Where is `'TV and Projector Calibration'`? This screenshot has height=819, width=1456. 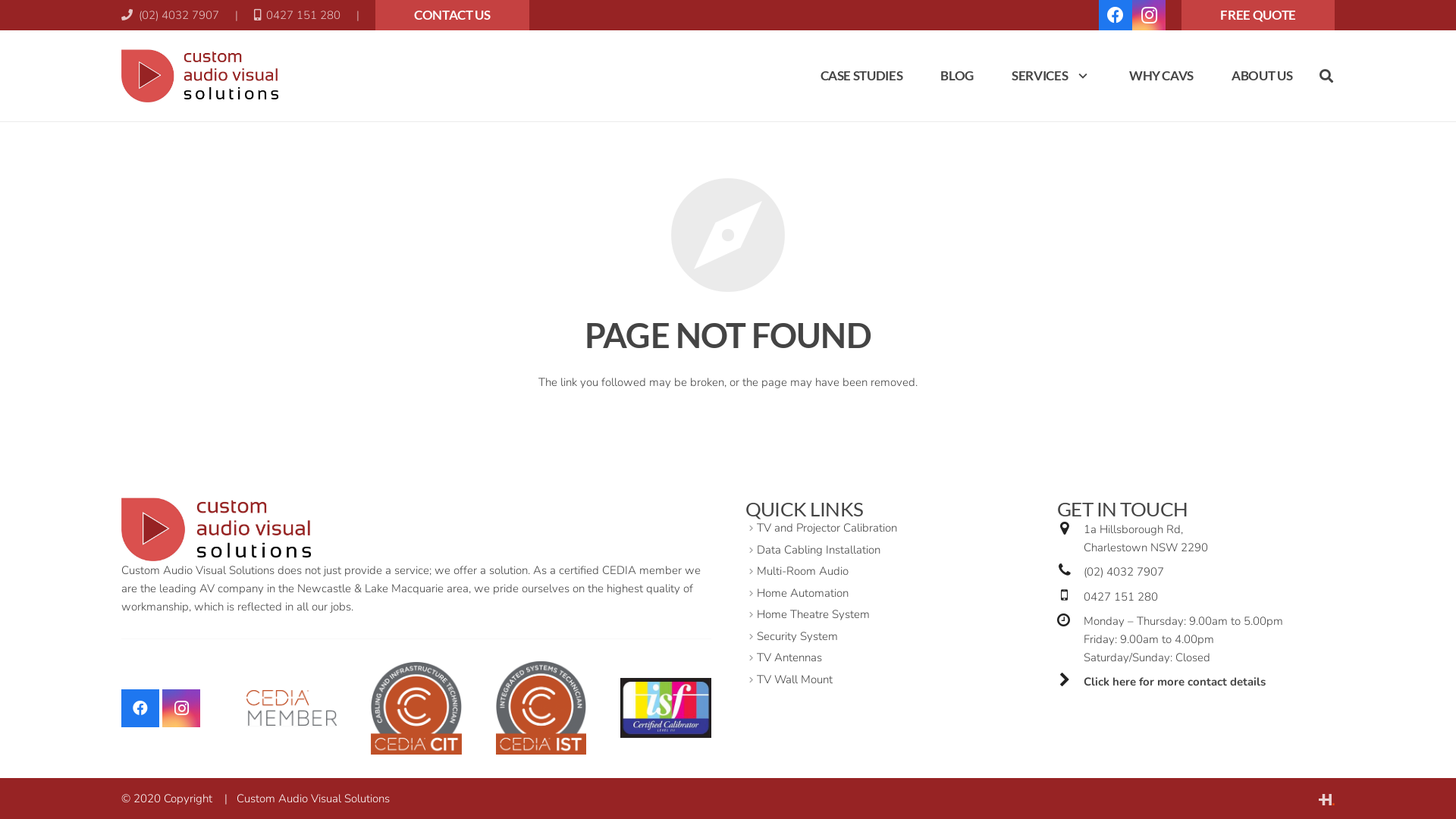 'TV and Projector Calibration' is located at coordinates (826, 527).